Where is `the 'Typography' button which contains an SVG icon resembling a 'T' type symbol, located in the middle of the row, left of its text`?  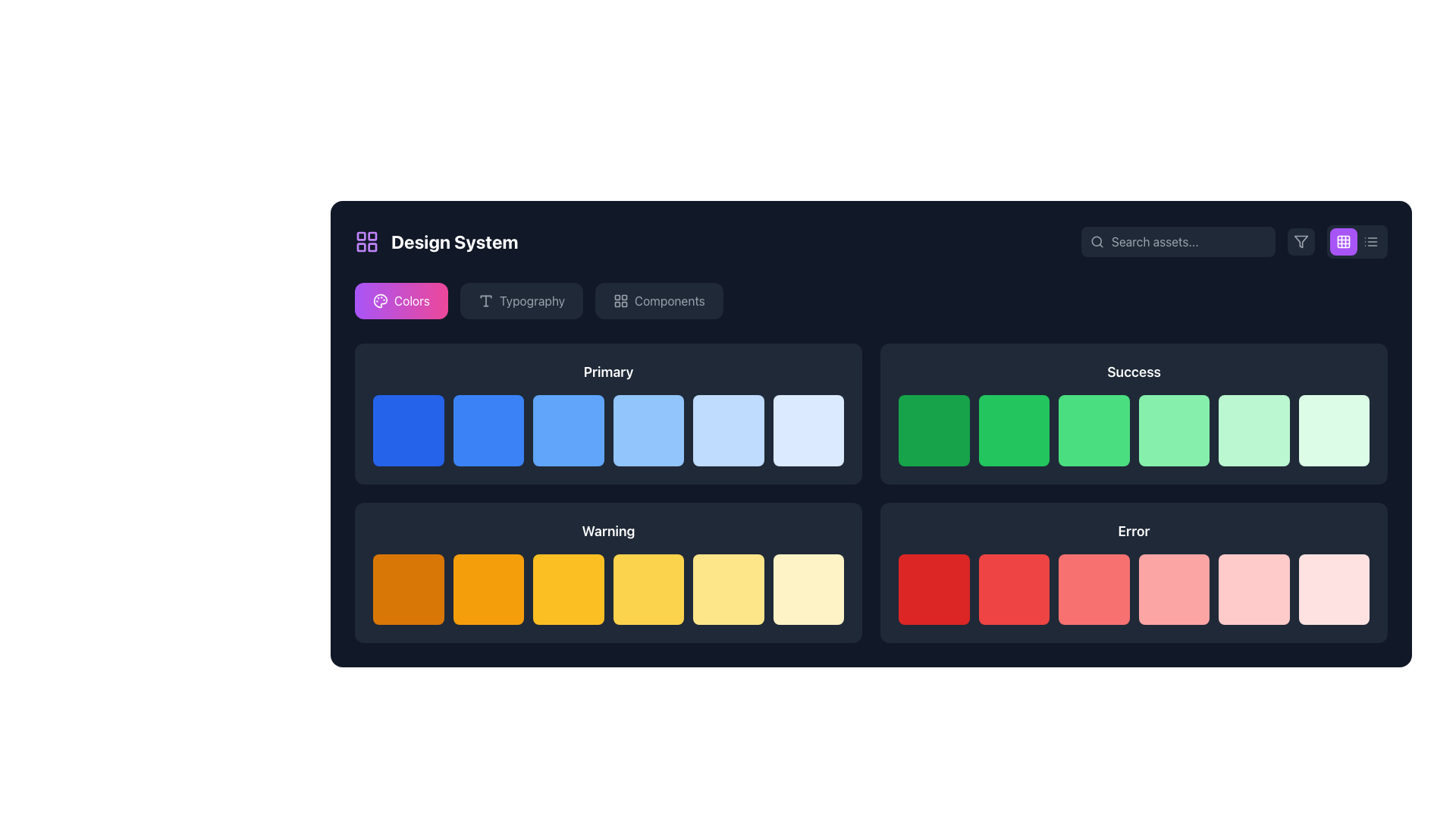
the 'Typography' button which contains an SVG icon resembling a 'T' type symbol, located in the middle of the row, left of its text is located at coordinates (485, 301).